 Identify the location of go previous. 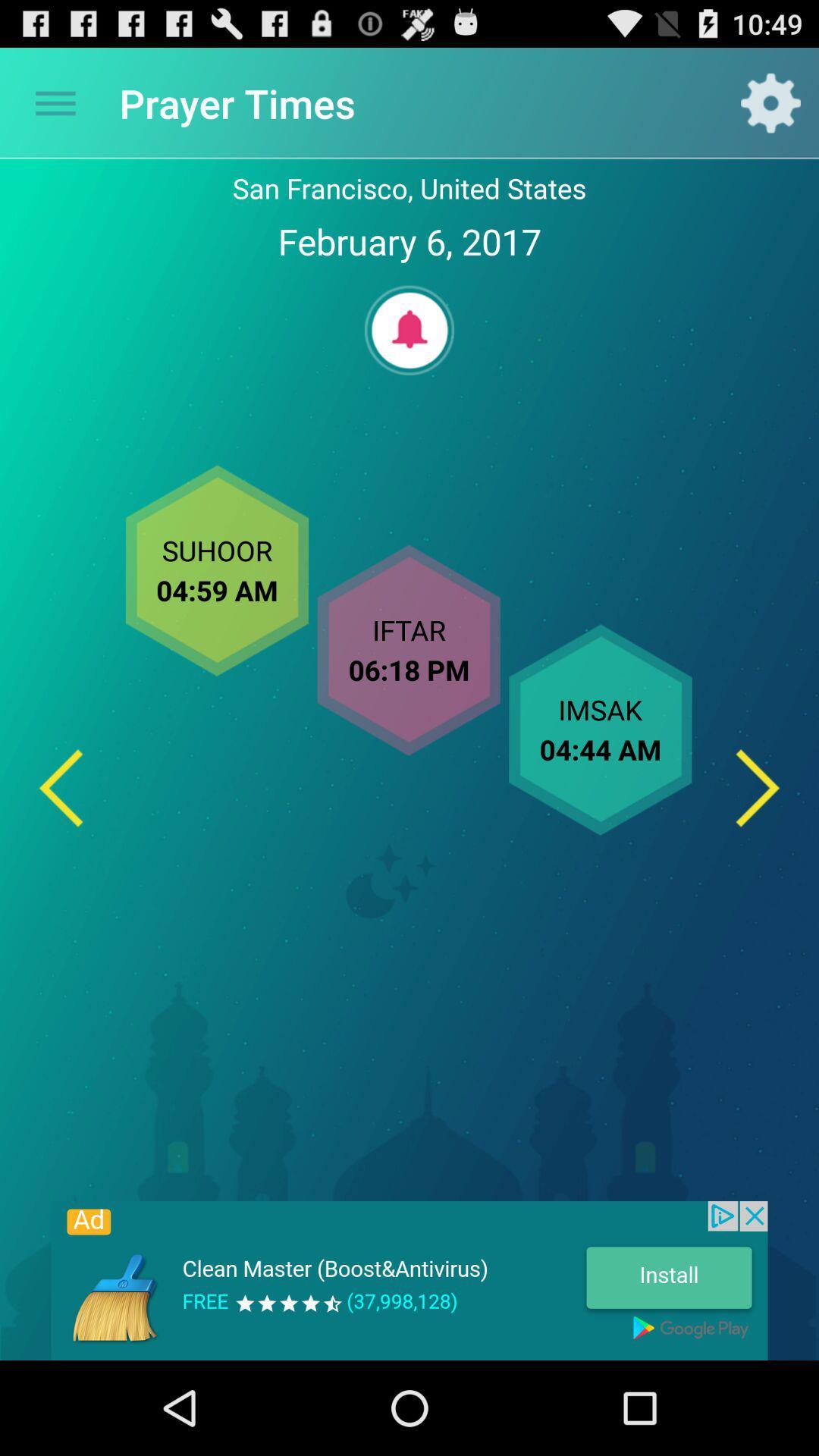
(60, 788).